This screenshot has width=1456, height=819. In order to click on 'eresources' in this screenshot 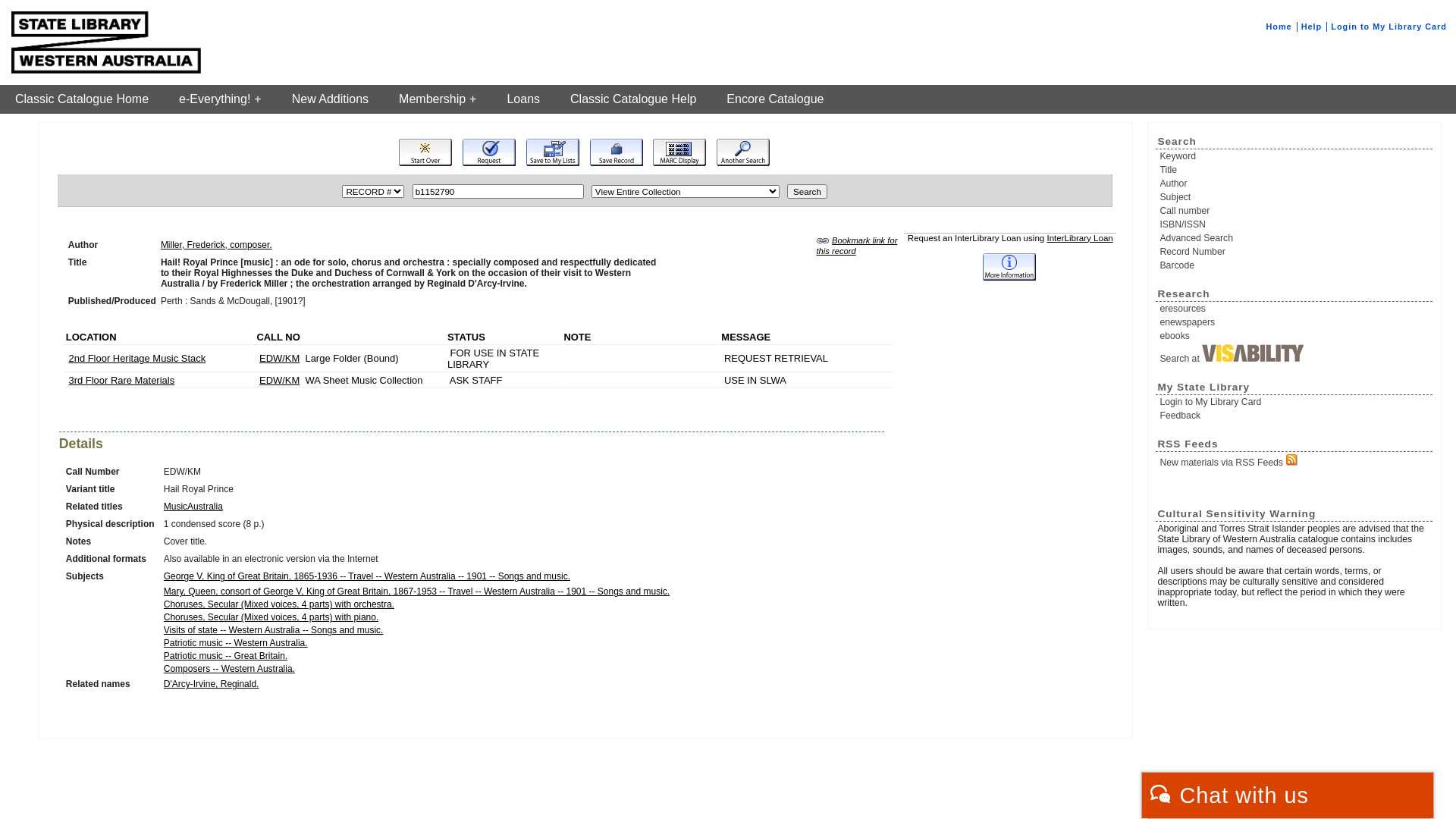, I will do `click(1159, 308)`.